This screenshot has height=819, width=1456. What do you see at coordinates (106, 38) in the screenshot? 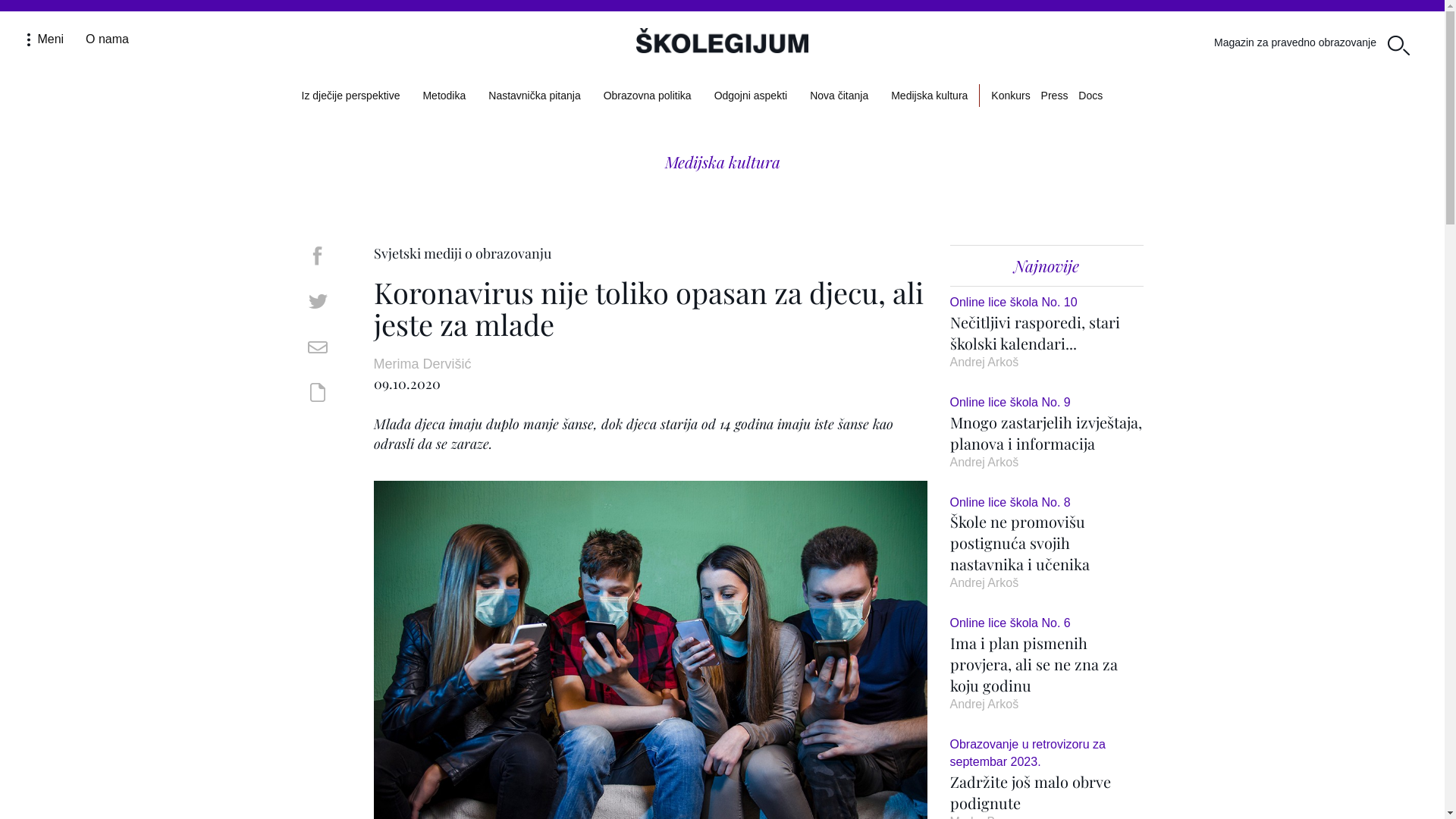
I see `'O nama'` at bounding box center [106, 38].